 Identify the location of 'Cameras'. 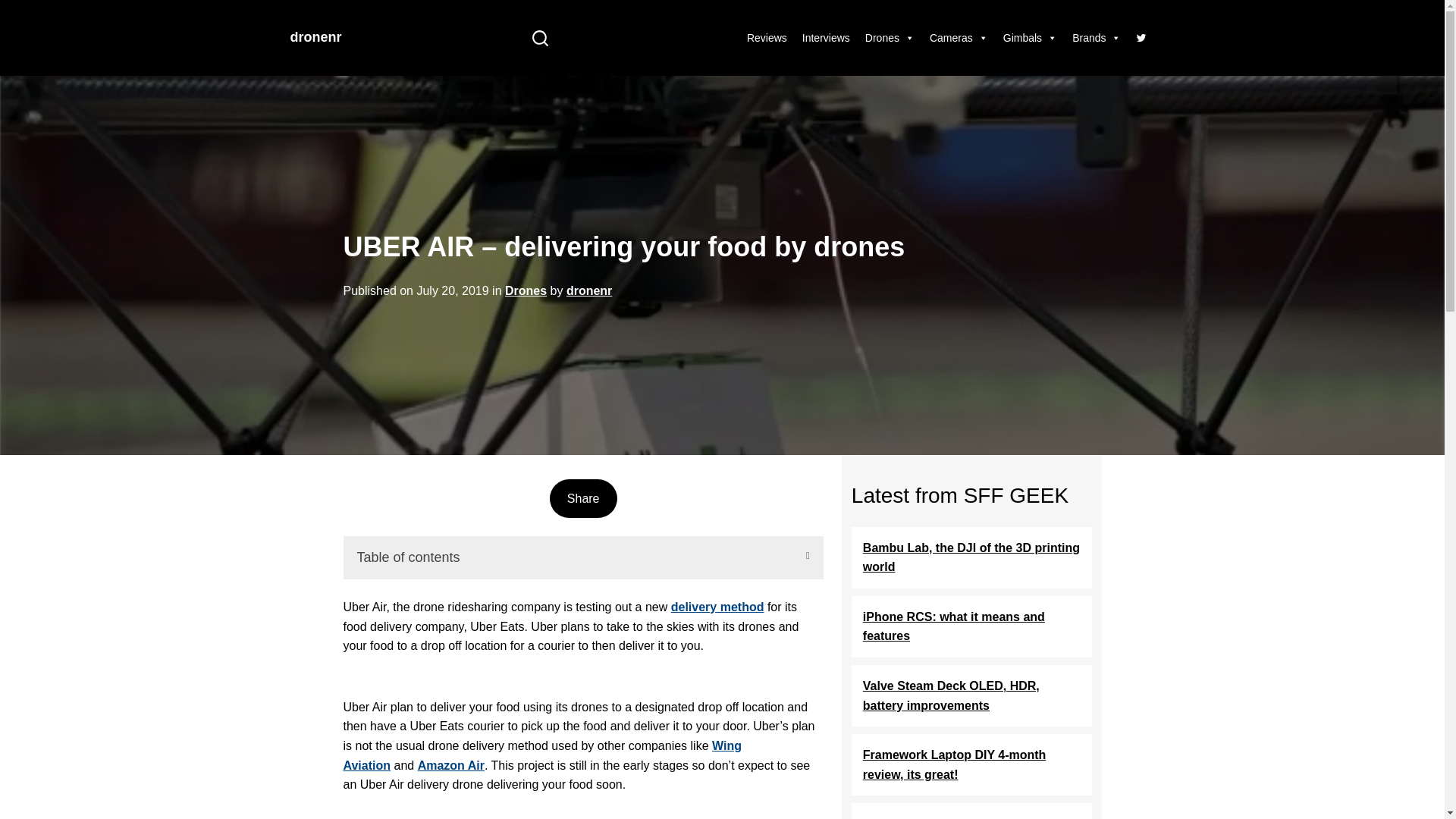
(958, 37).